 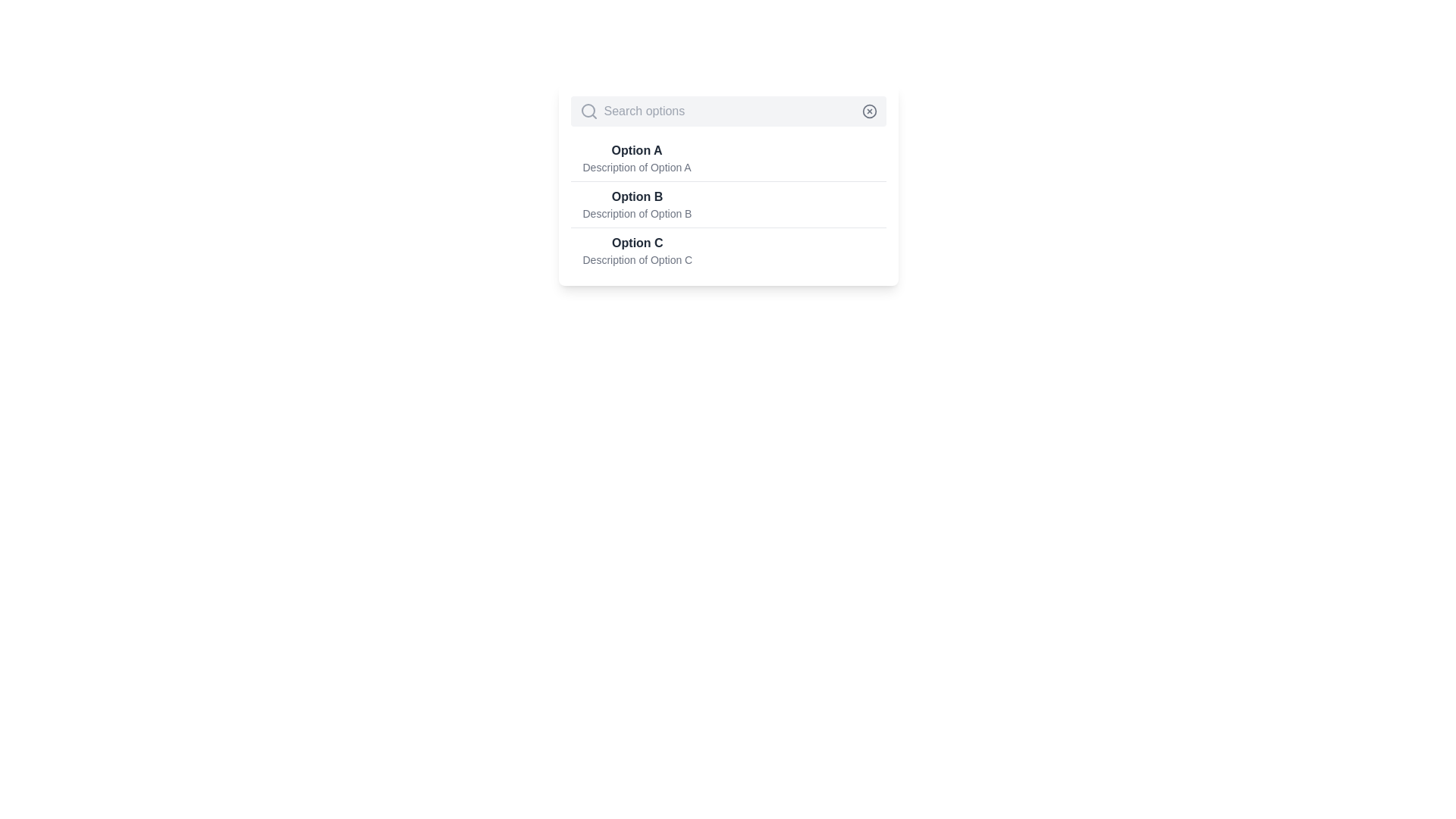 I want to click on the 'Option C' text label element, which is styled with a bold font and is the third option within the dropdown list, positioned between 'Option B' and its description, so click(x=637, y=242).